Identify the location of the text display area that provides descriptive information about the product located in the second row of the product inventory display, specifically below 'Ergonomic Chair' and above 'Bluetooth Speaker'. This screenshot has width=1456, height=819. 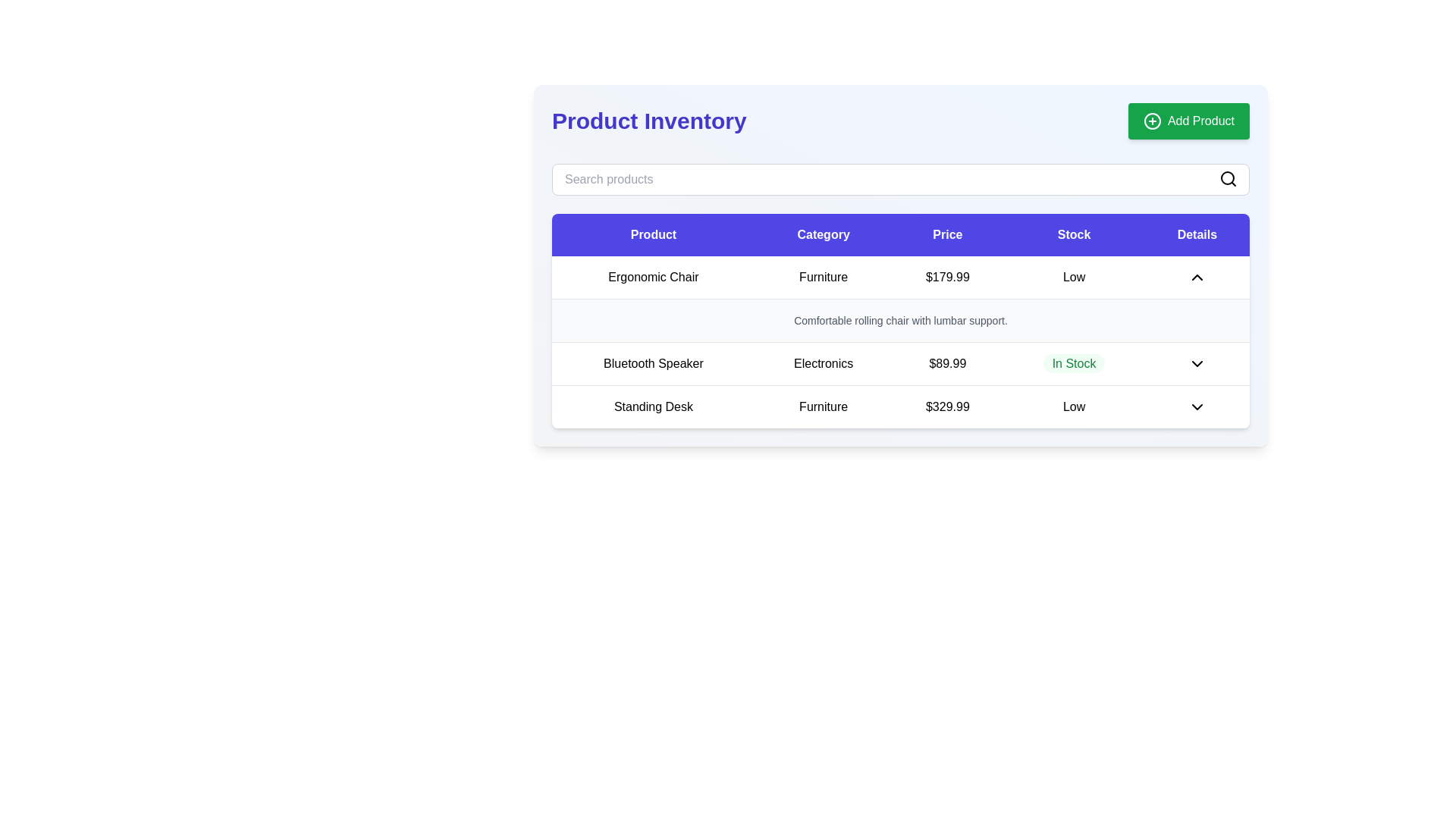
(901, 320).